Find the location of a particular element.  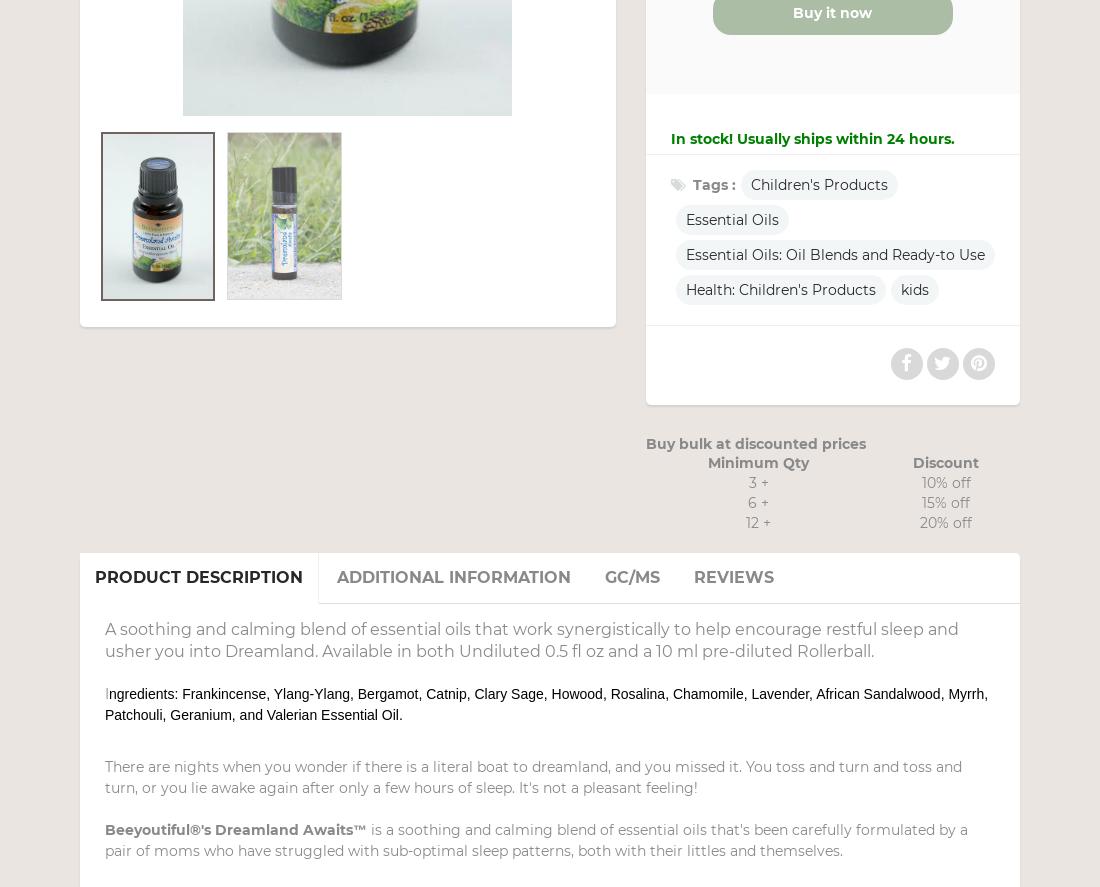

'Essential Oils: Oil Blends and Ready-to Use' is located at coordinates (684, 254).